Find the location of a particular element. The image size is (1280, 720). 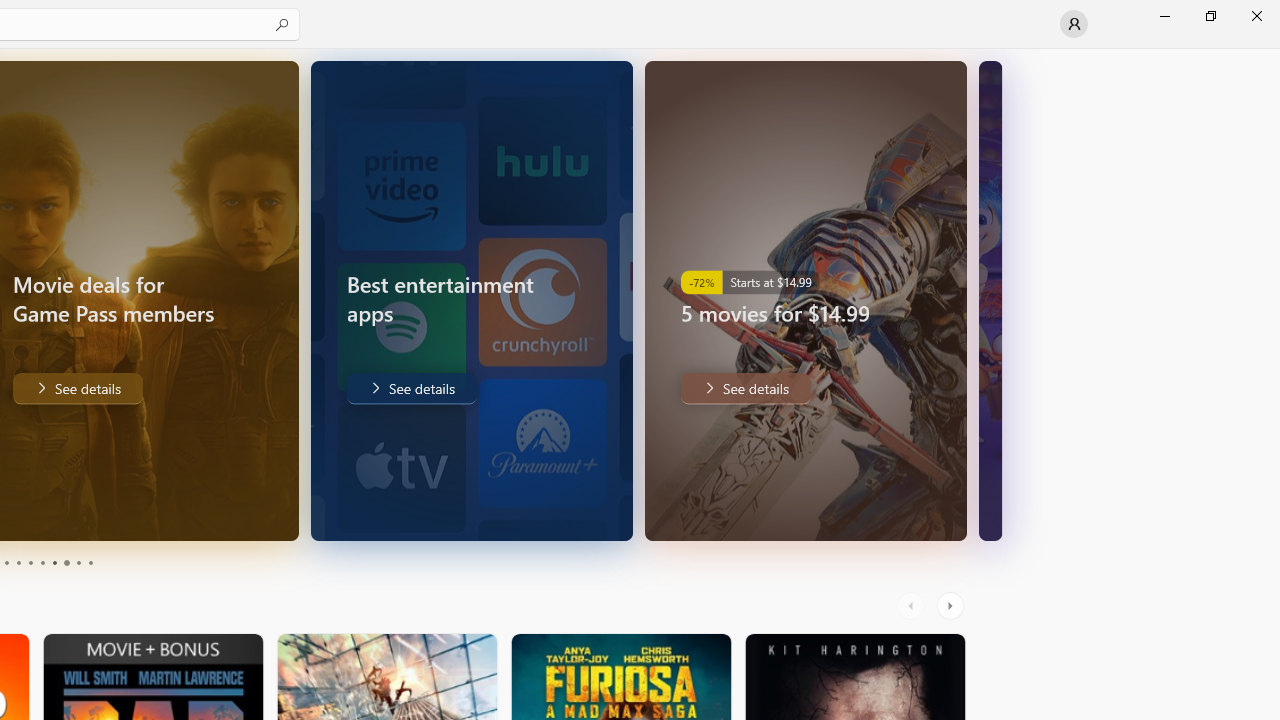

'Page 9' is located at coordinates (78, 563).